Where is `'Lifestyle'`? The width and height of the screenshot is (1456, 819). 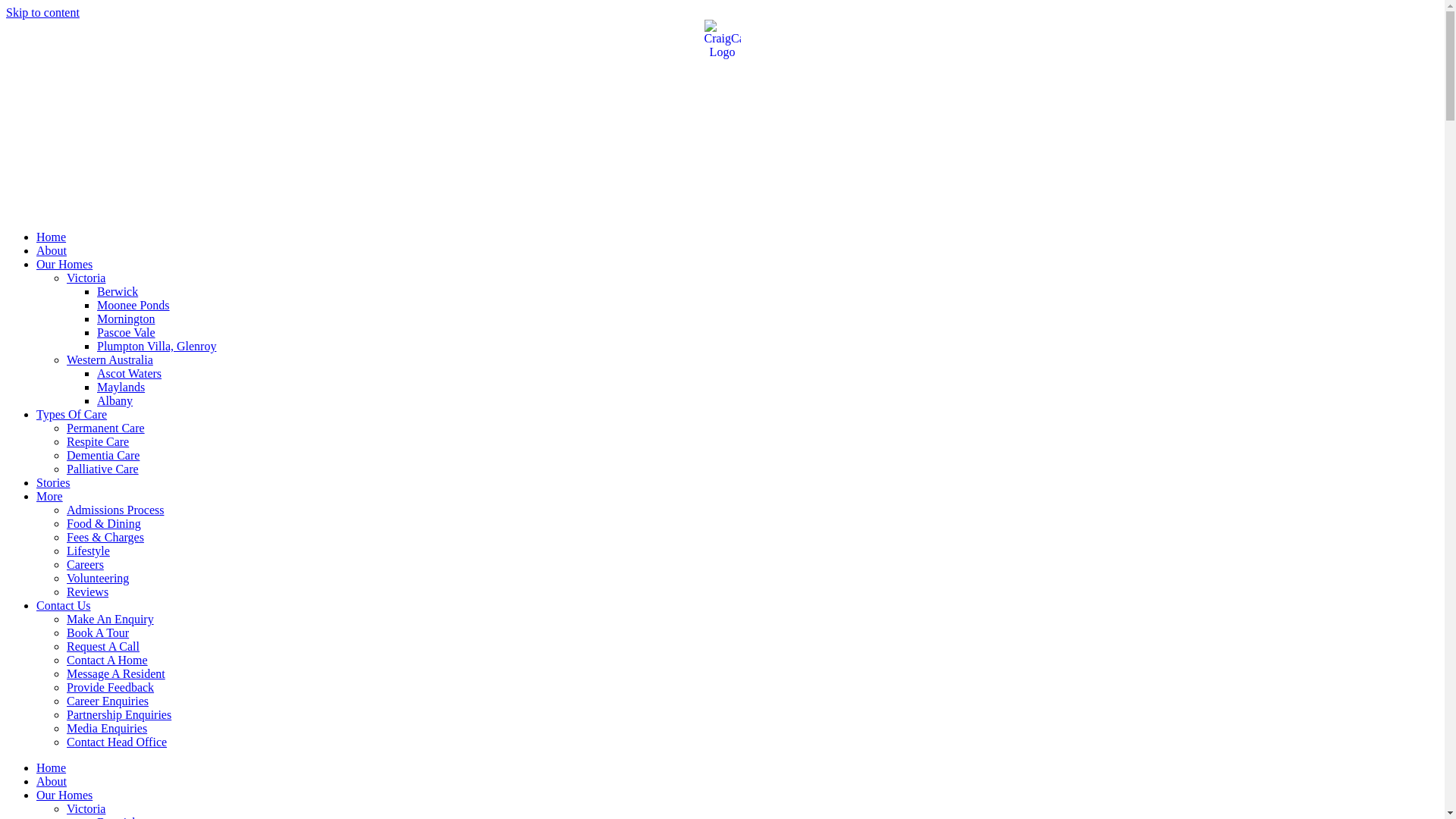 'Lifestyle' is located at coordinates (87, 551).